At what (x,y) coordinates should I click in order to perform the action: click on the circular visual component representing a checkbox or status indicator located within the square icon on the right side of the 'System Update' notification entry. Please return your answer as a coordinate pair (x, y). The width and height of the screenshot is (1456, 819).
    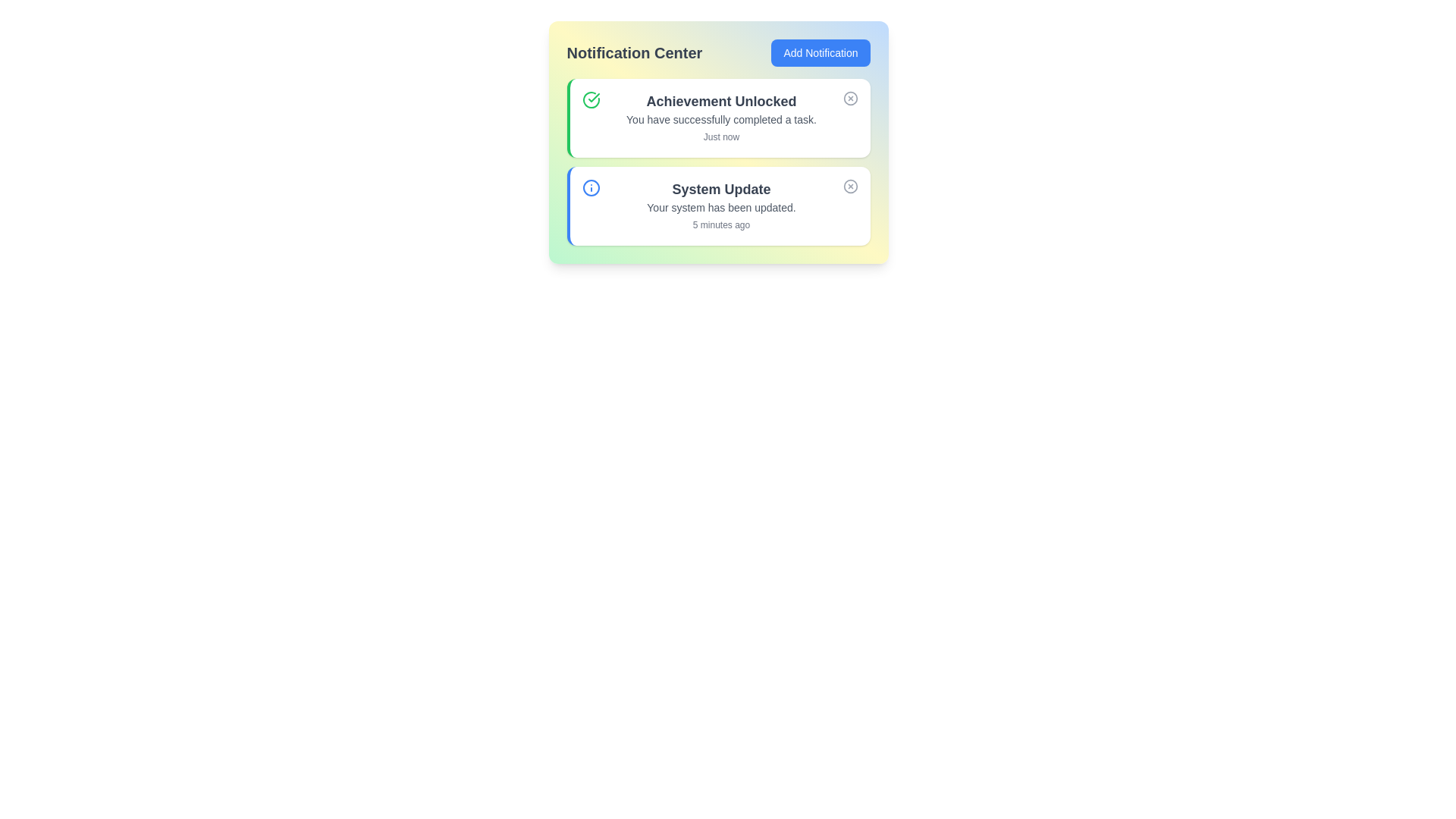
    Looking at the image, I should click on (850, 186).